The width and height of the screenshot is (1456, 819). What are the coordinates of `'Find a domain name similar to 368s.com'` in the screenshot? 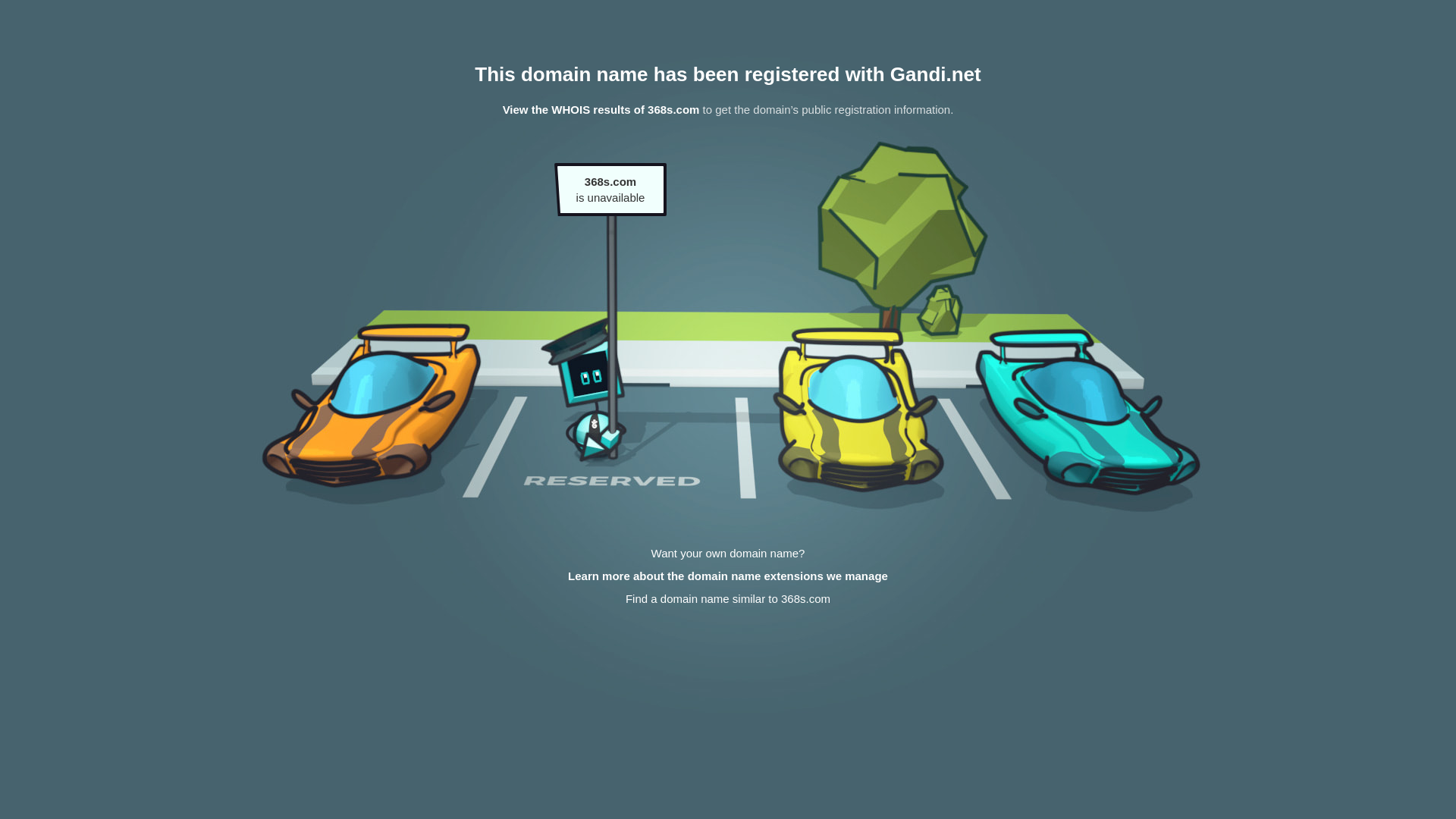 It's located at (728, 598).